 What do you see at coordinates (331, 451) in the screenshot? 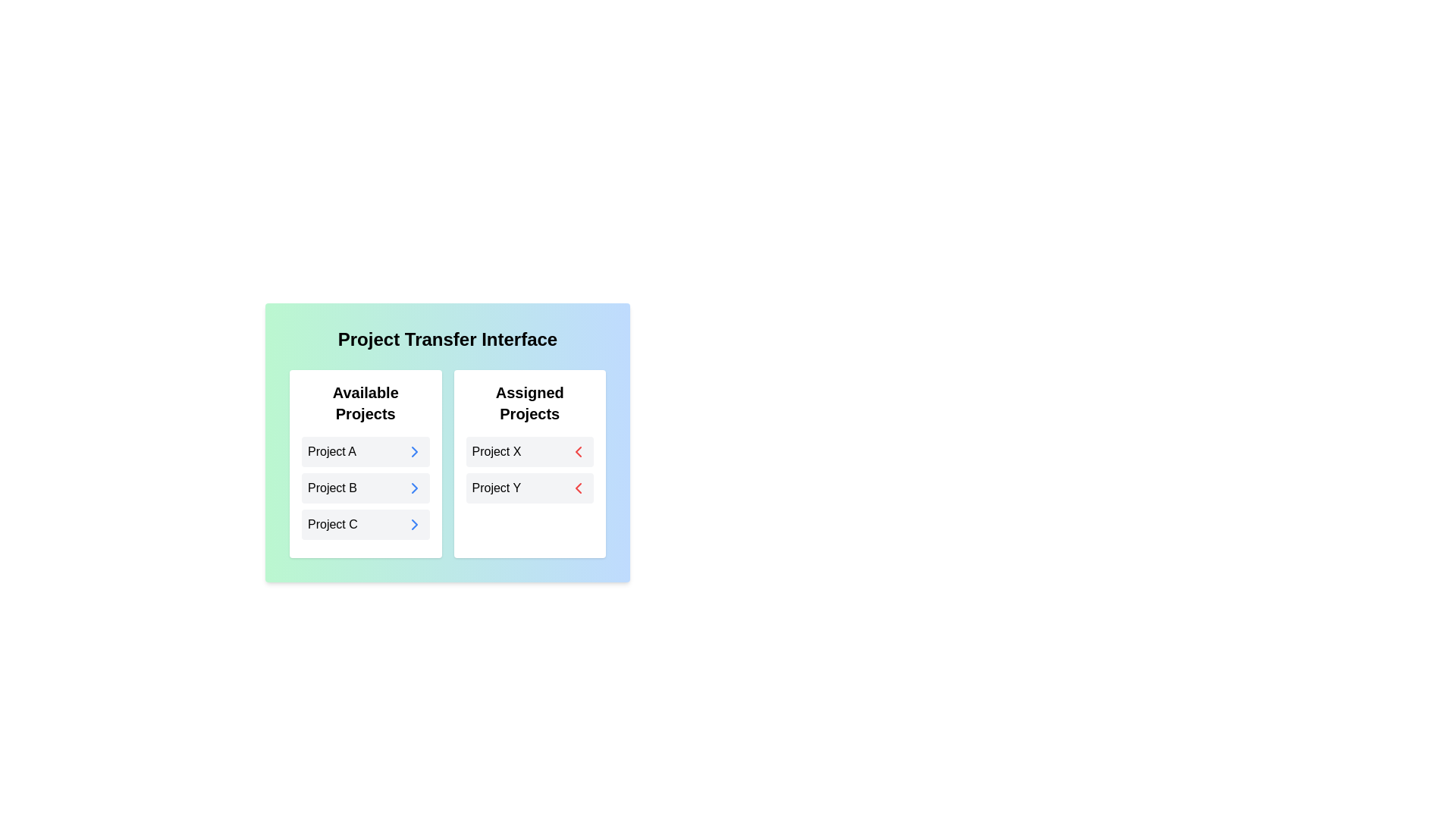
I see `the 'Project A' text label located at the top of the 'Available Projects' panel` at bounding box center [331, 451].